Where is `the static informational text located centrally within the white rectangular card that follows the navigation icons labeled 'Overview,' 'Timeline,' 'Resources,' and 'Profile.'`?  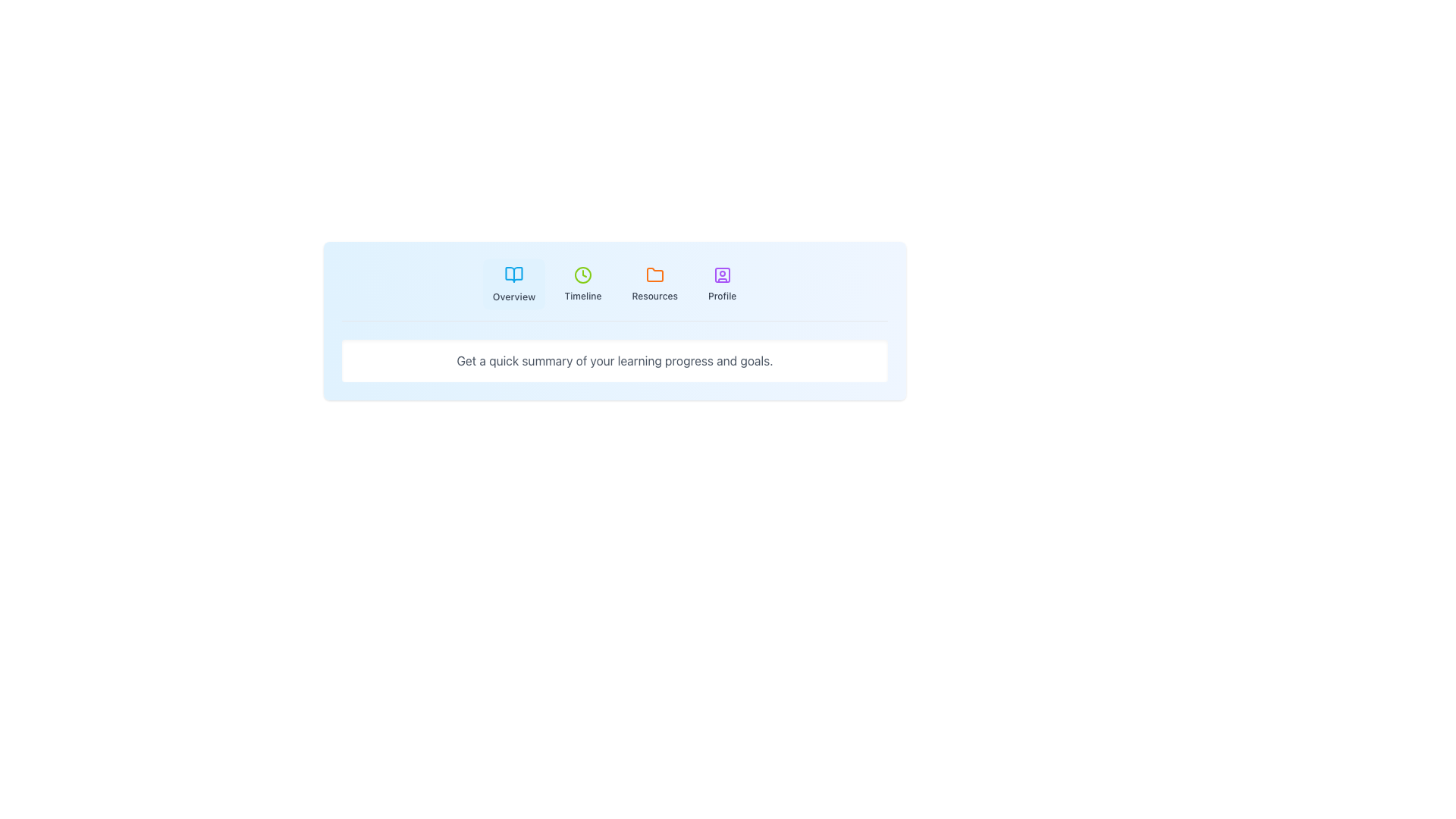 the static informational text located centrally within the white rectangular card that follows the navigation icons labeled 'Overview,' 'Timeline,' 'Resources,' and 'Profile.' is located at coordinates (615, 360).